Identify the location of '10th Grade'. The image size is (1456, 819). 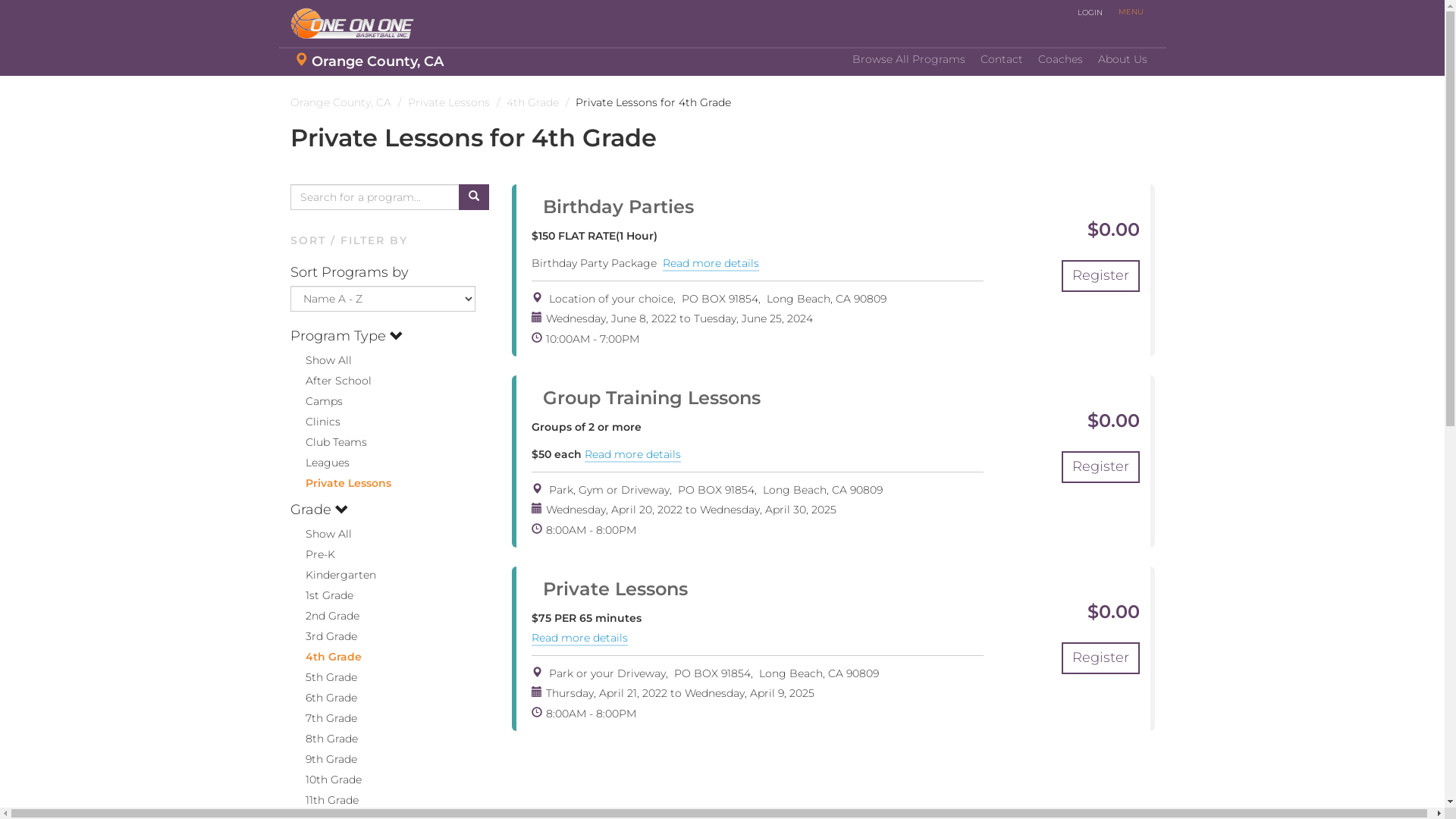
(324, 780).